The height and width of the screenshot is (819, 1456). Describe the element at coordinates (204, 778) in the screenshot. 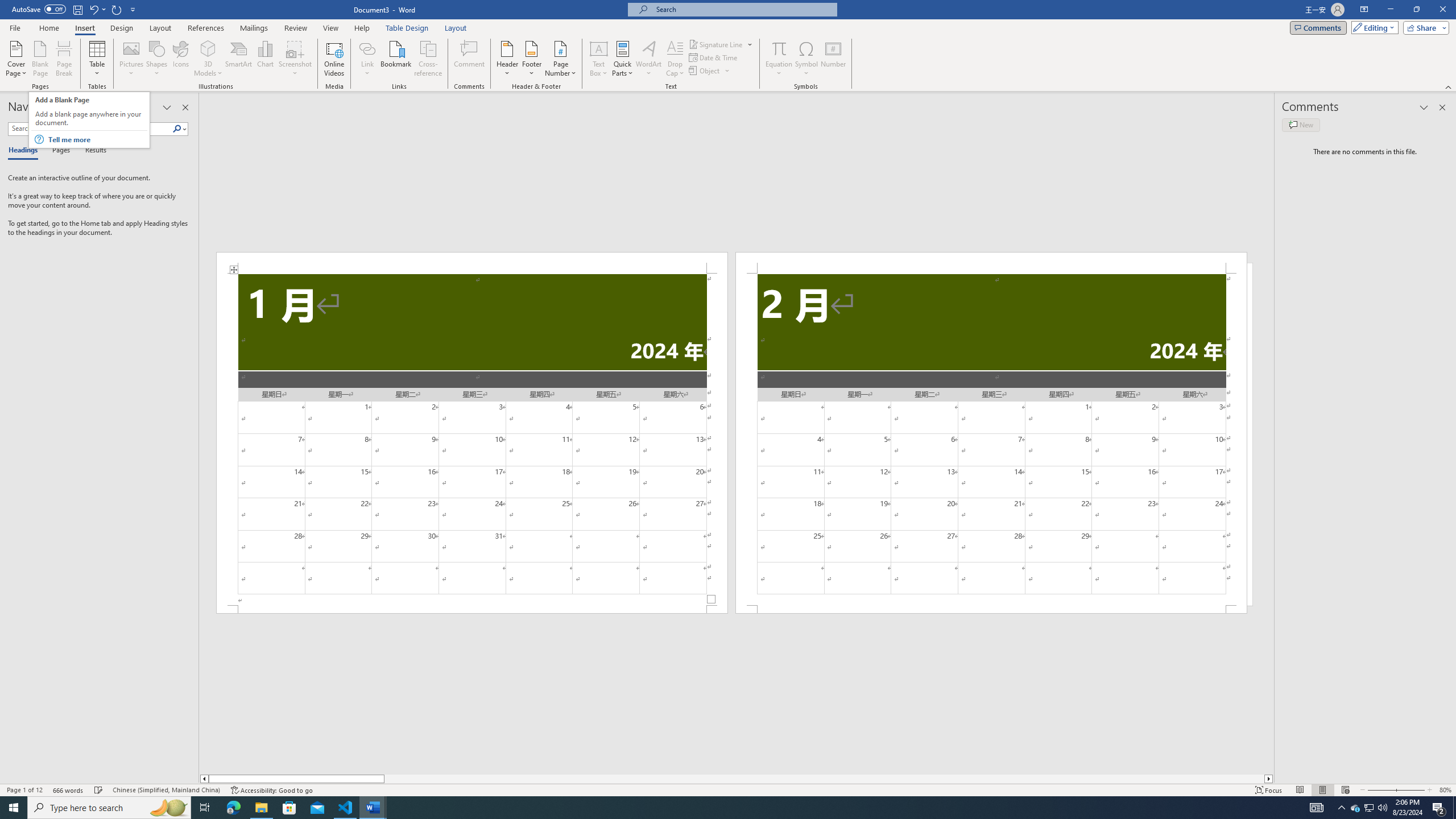

I see `'Column left'` at that location.